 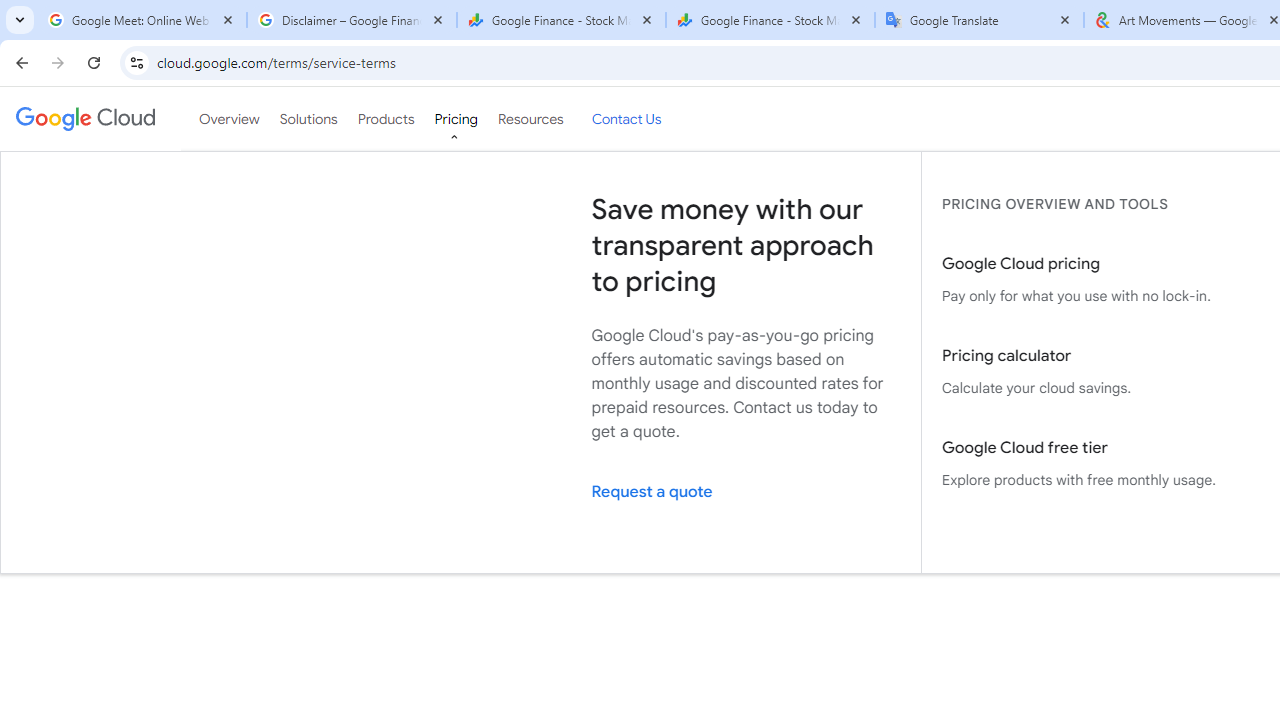 What do you see at coordinates (454, 119) in the screenshot?
I see `'Pricing'` at bounding box center [454, 119].